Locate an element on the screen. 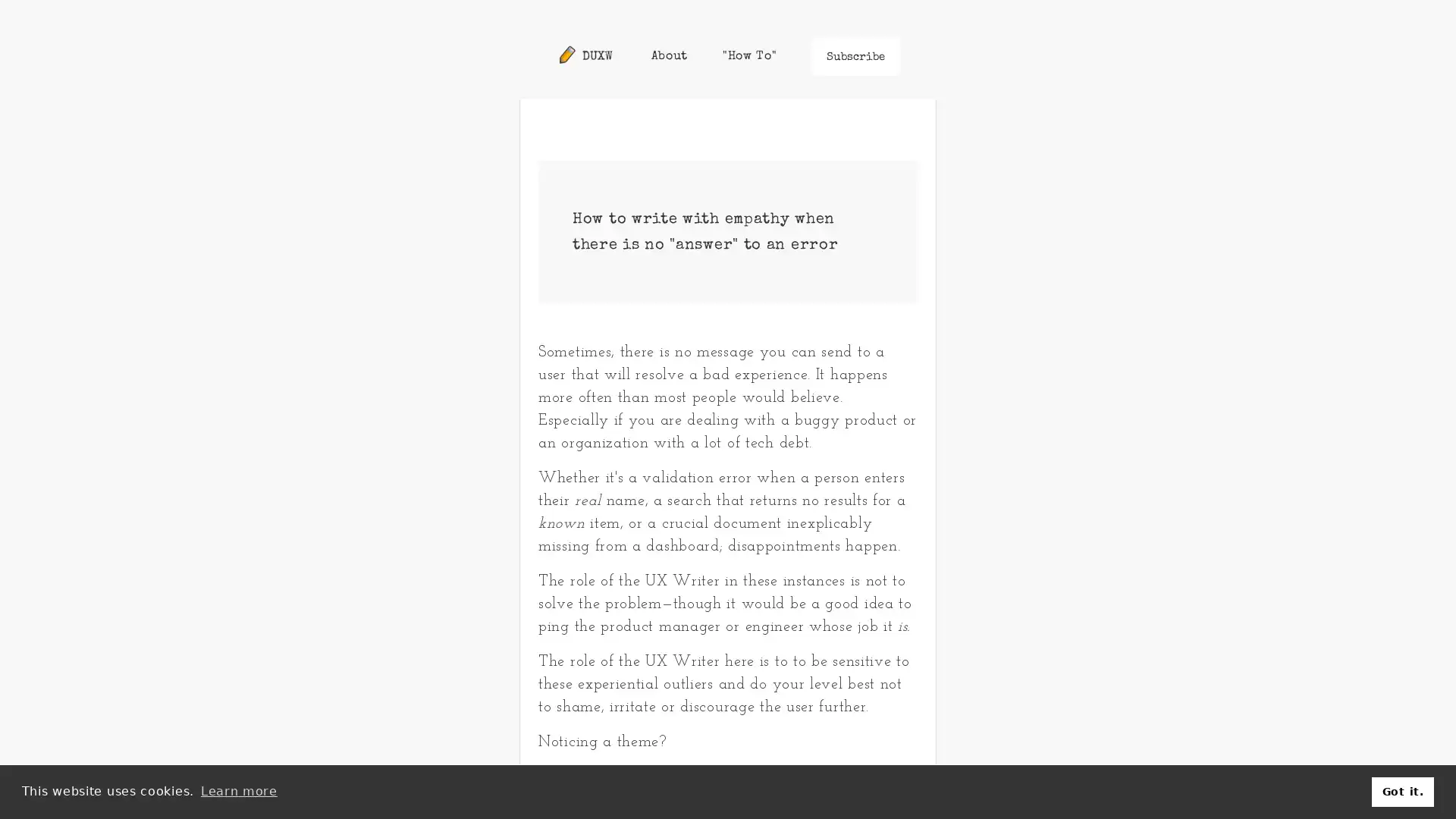  dismiss cookie message is located at coordinates (1401, 791).